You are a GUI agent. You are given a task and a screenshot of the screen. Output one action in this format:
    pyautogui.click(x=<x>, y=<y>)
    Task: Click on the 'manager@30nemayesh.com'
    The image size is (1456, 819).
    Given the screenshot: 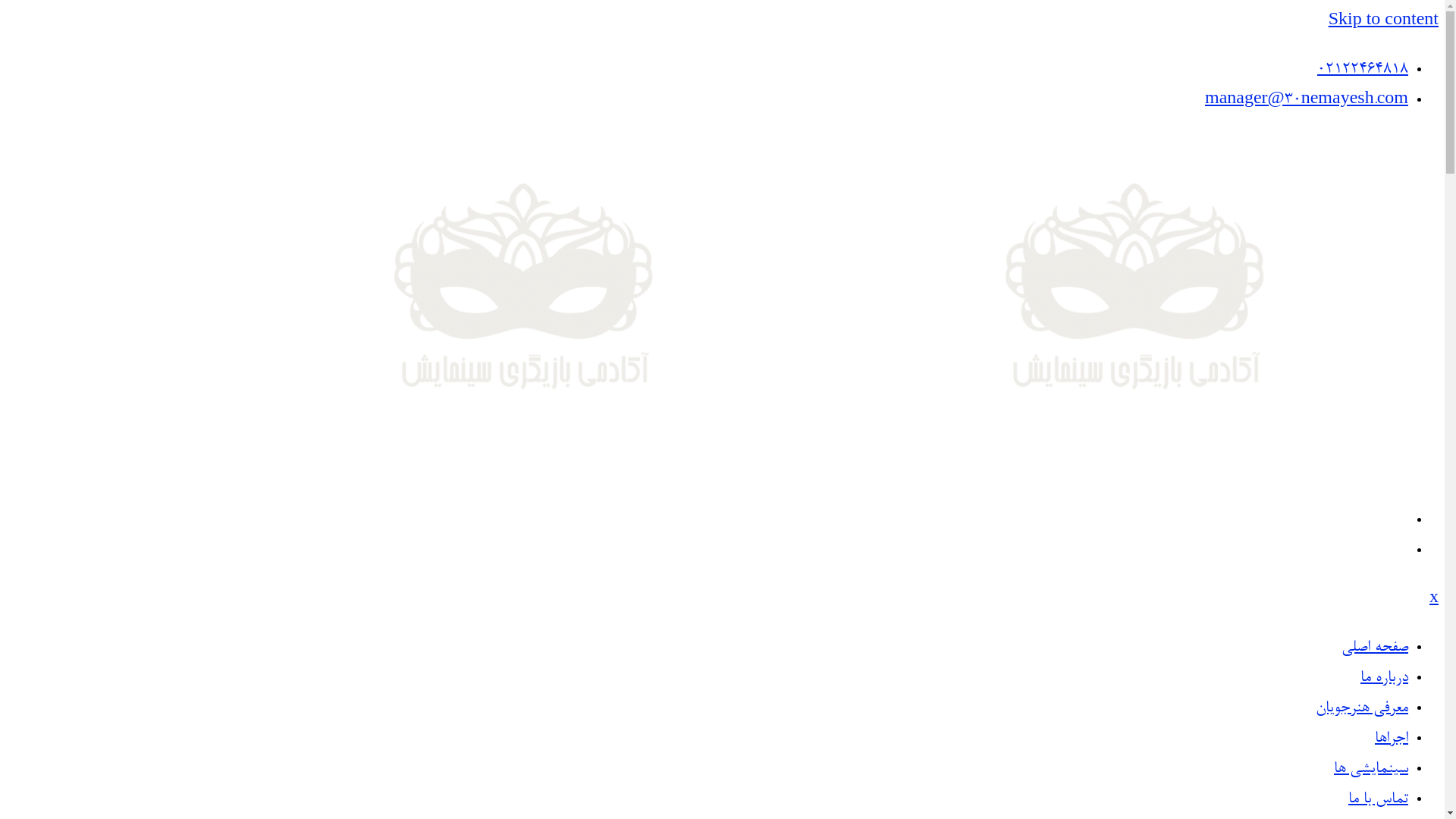 What is the action you would take?
    pyautogui.click(x=1306, y=99)
    